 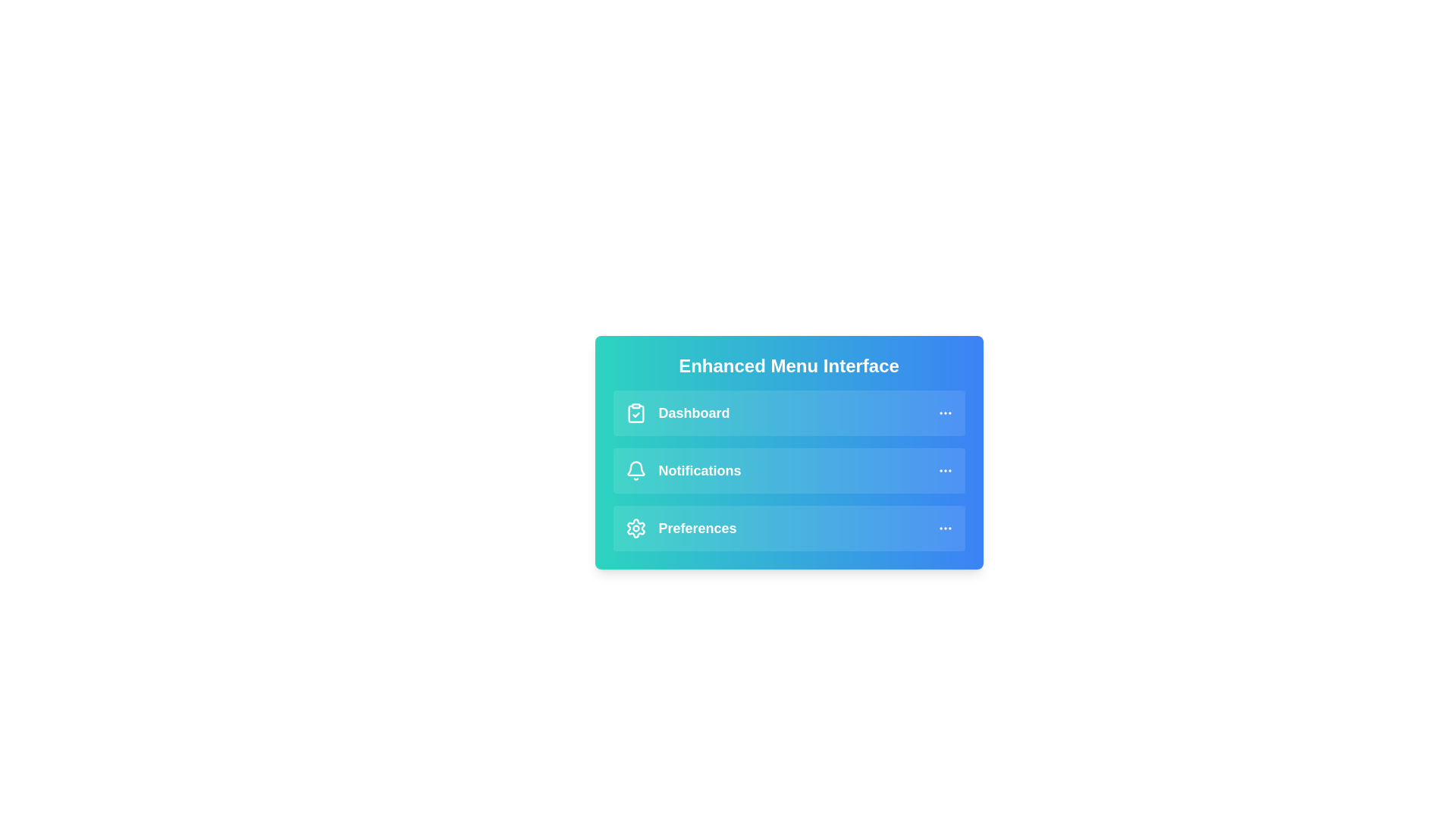 What do you see at coordinates (635, 413) in the screenshot?
I see `the 'Dashboard' icon located on the topmost row of the Enhanced Menu Interface` at bounding box center [635, 413].